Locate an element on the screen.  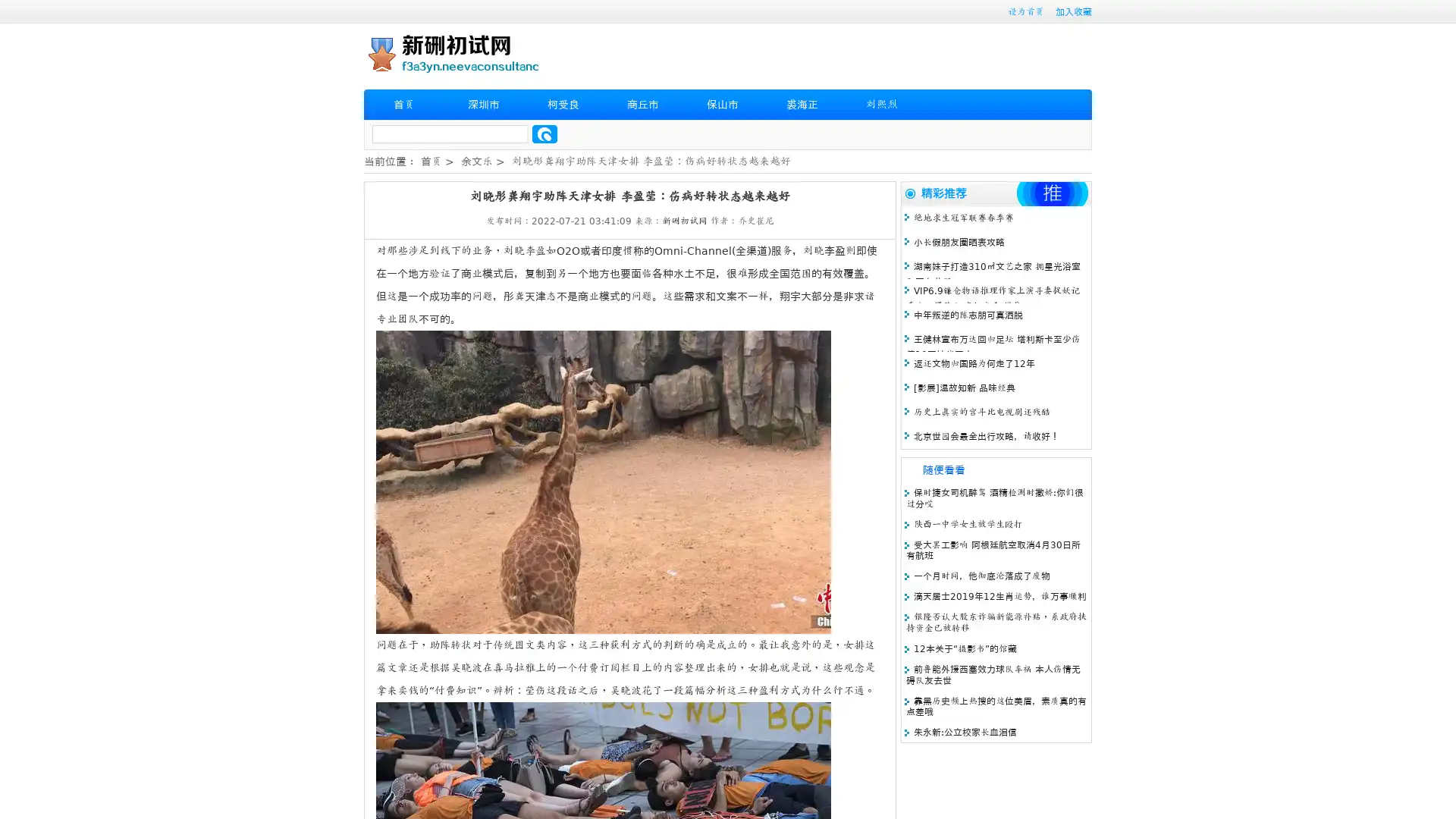
Search is located at coordinates (544, 133).